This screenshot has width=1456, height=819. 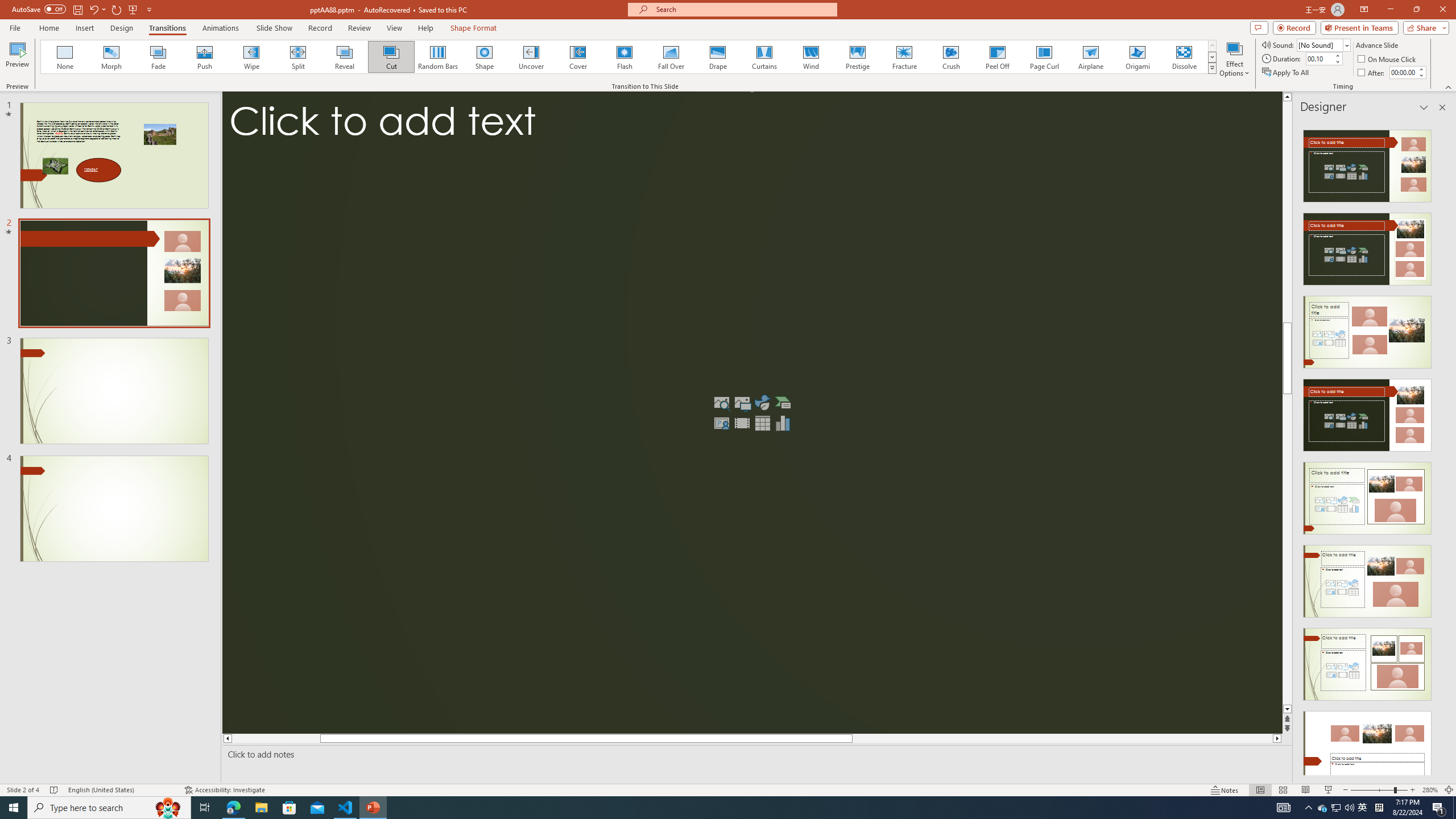 What do you see at coordinates (65, 56) in the screenshot?
I see `'None'` at bounding box center [65, 56].